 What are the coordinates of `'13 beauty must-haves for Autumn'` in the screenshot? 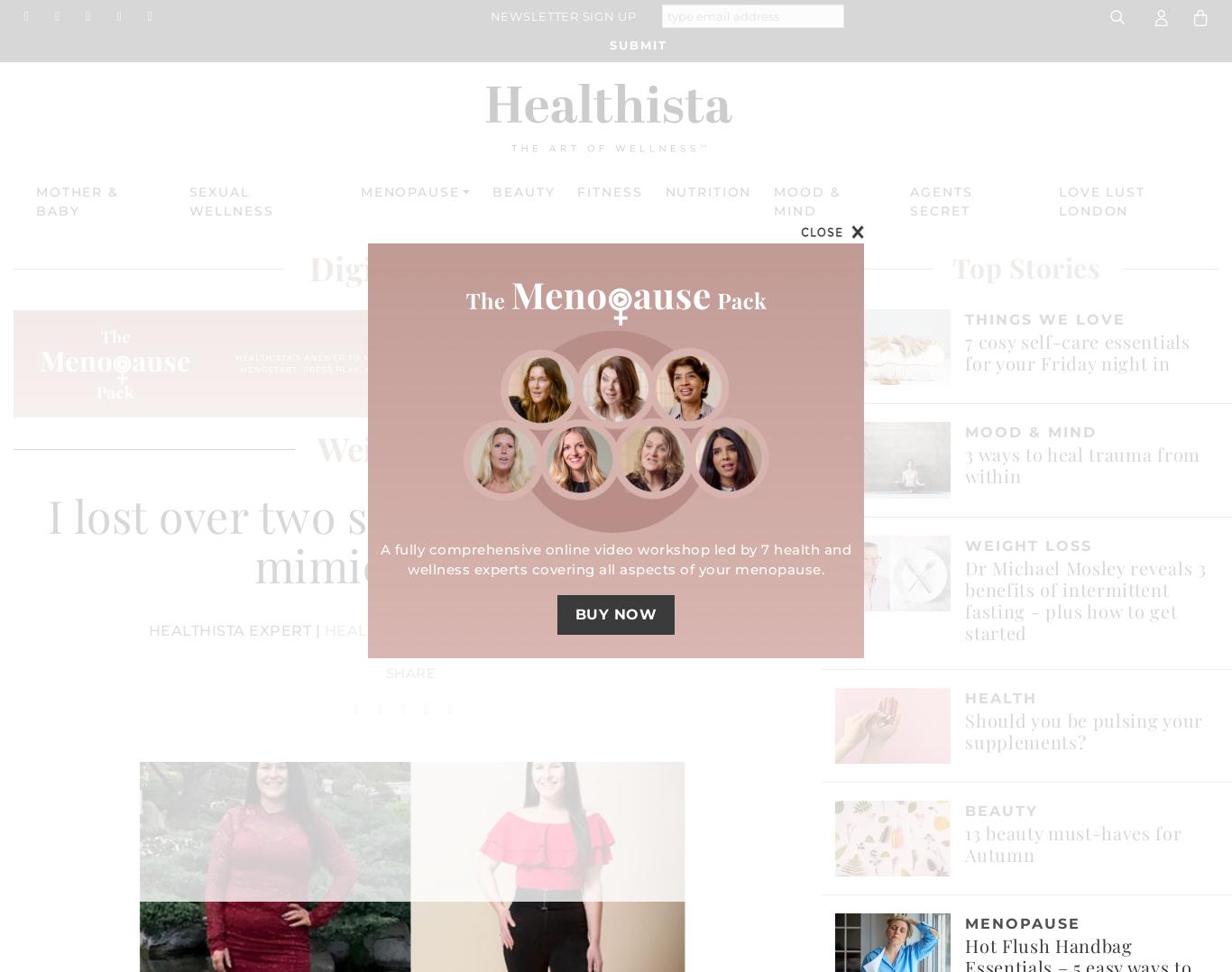 It's located at (1073, 841).